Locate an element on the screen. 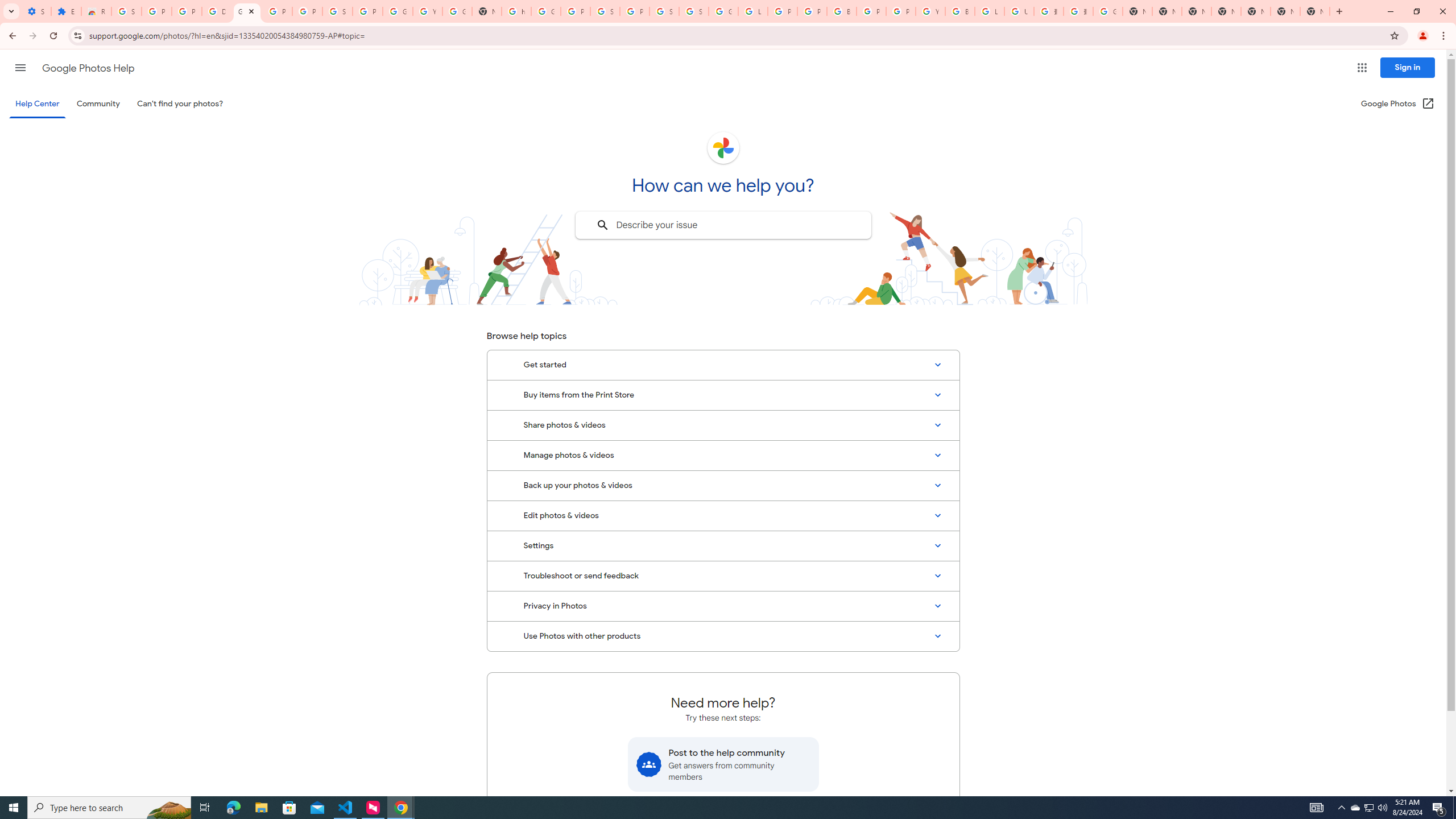  'Get started' is located at coordinates (723, 365).